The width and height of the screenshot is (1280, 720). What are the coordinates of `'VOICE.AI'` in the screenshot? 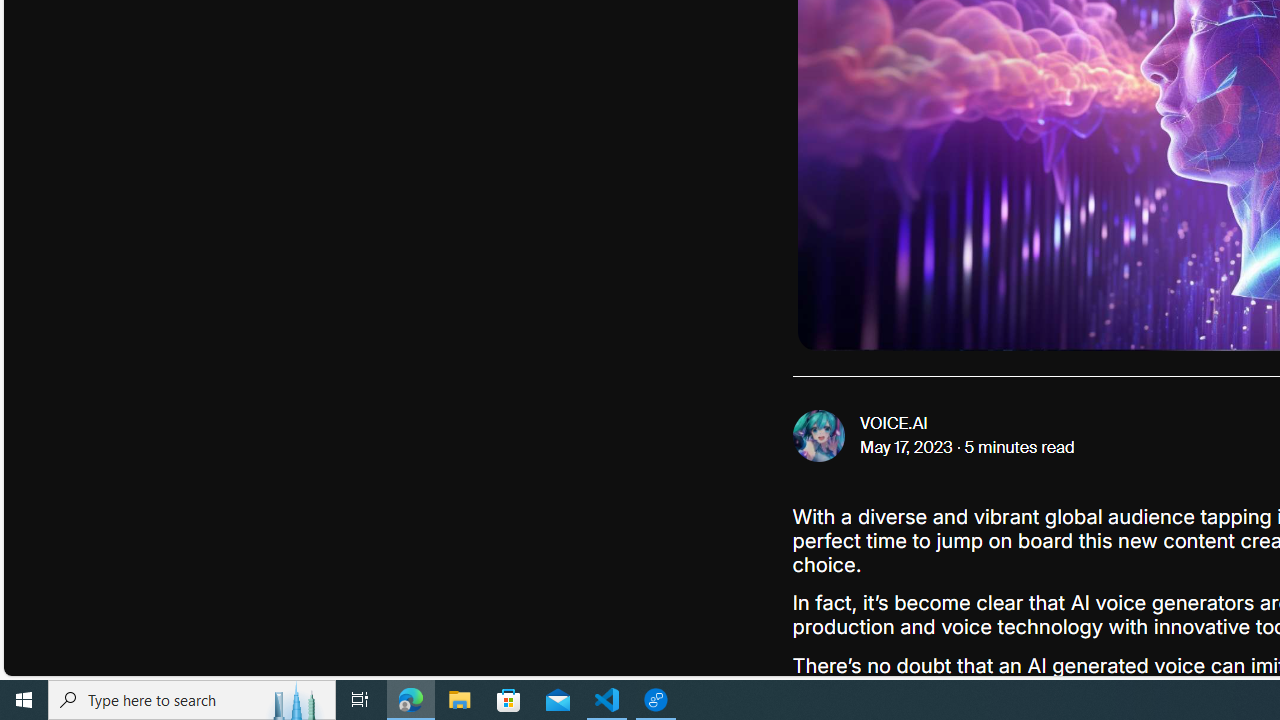 It's located at (893, 423).